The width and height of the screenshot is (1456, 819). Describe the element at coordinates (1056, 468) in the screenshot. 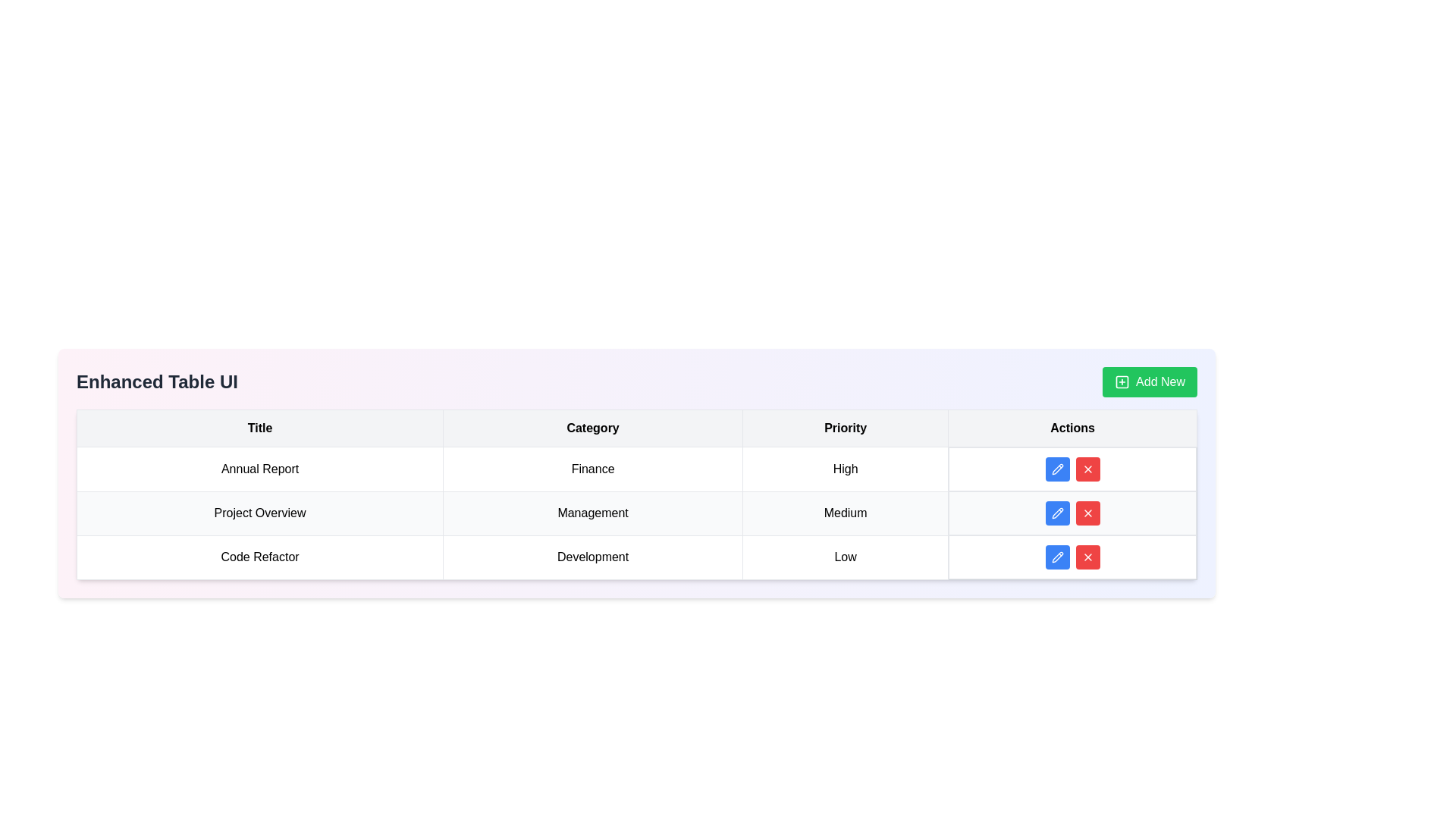

I see `the pencil icon button within the blue circular button located in the 'Actions' column of the 'Project Overview' row` at that location.